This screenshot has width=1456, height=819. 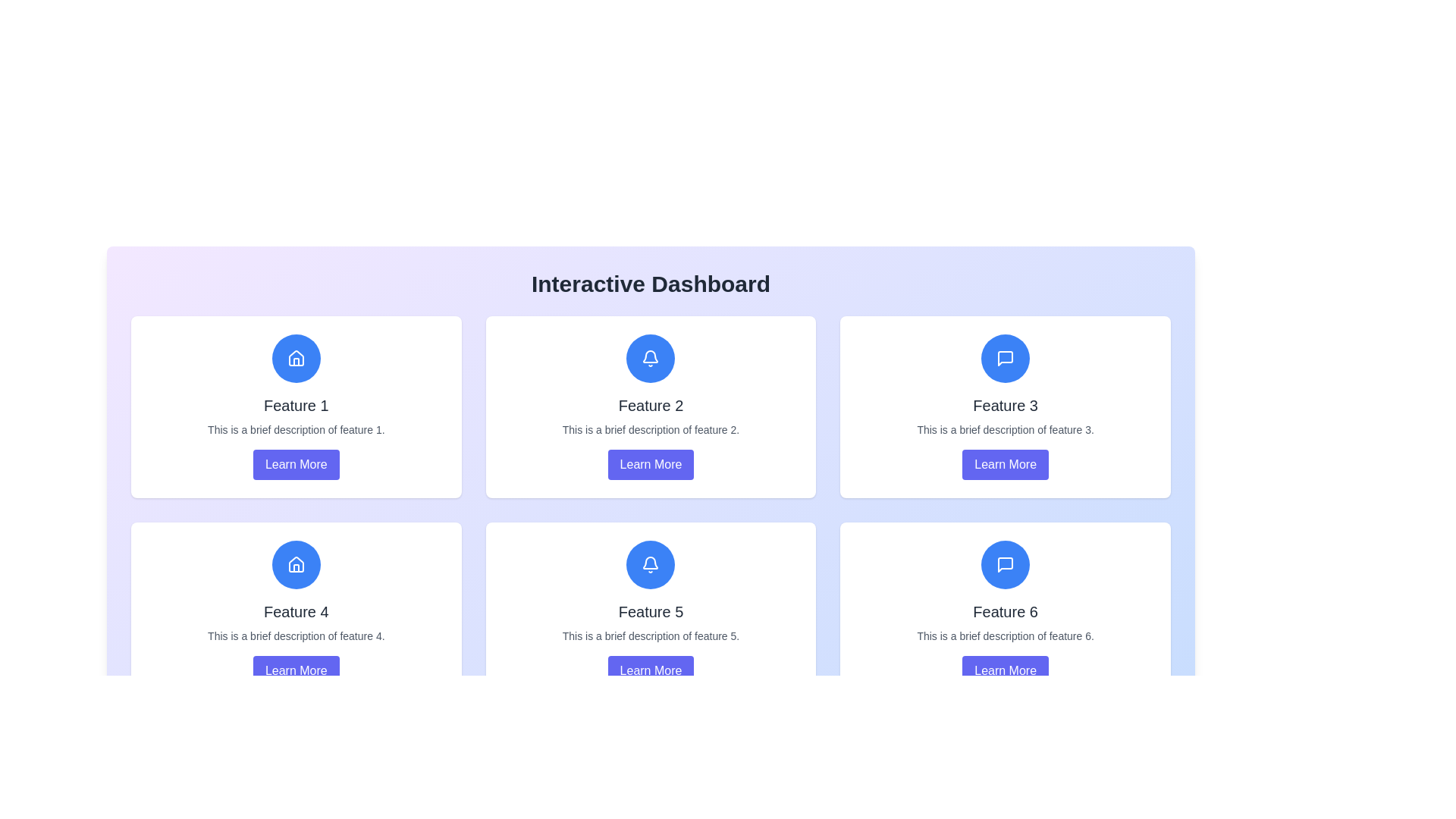 I want to click on description of 'Feature 1' located on the first card in the grid layout, which has a white background and a purple button labeled 'Learn More', so click(x=296, y=406).